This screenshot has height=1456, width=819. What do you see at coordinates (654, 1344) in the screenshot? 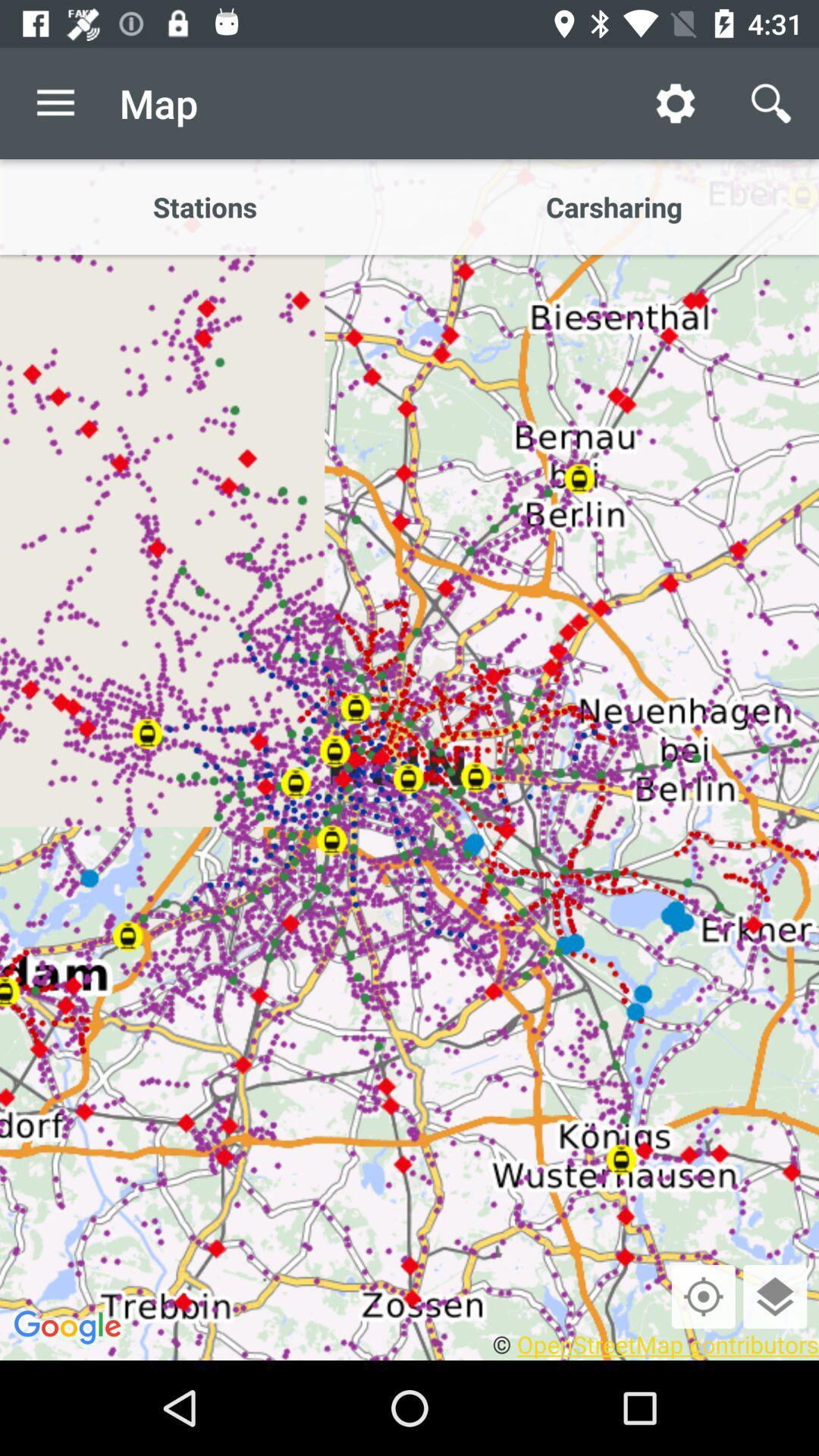
I see `the text bottom of right corner` at bounding box center [654, 1344].